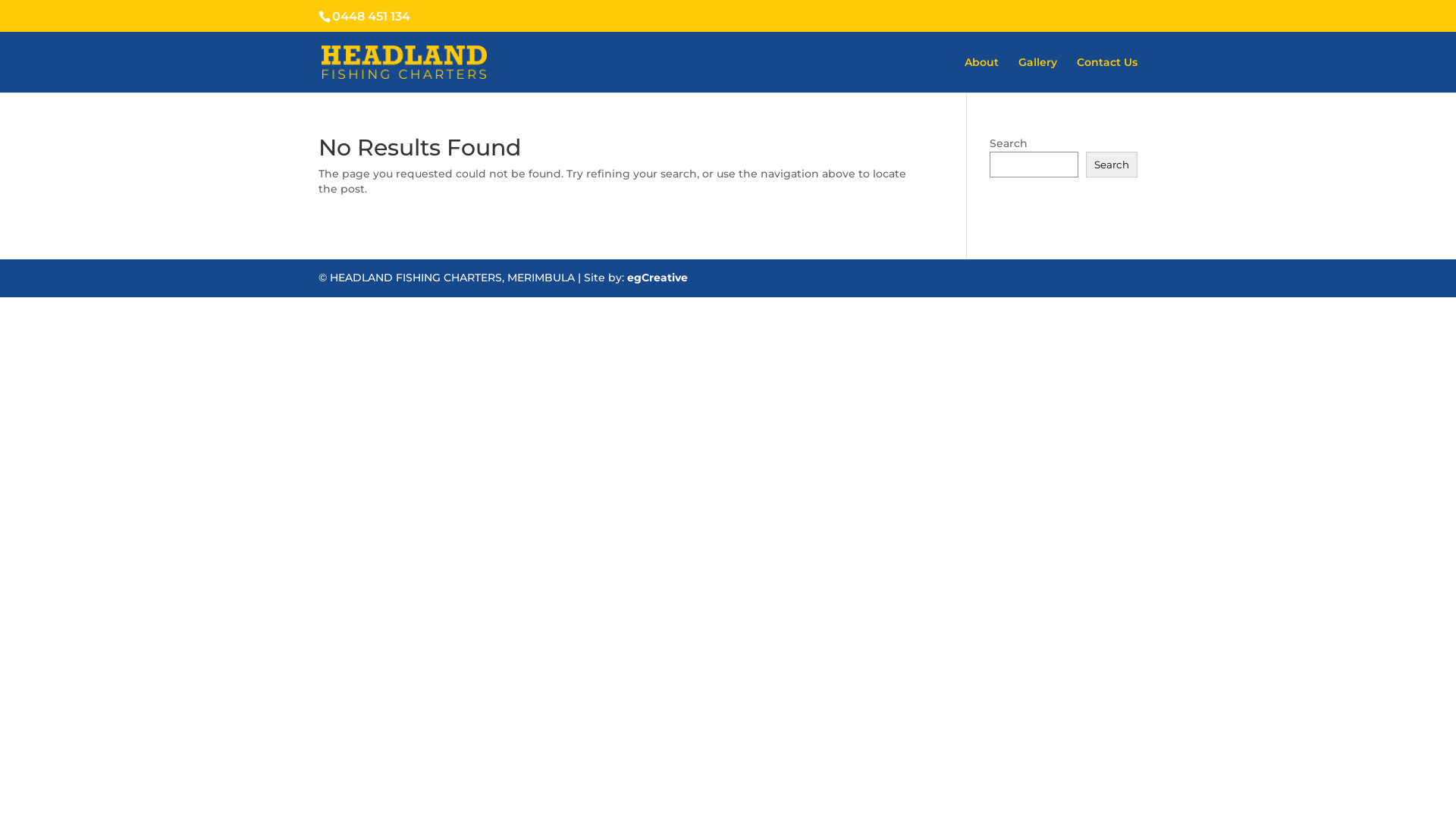 This screenshot has height=819, width=1456. Describe the element at coordinates (1037, 74) in the screenshot. I see `'Gallery'` at that location.